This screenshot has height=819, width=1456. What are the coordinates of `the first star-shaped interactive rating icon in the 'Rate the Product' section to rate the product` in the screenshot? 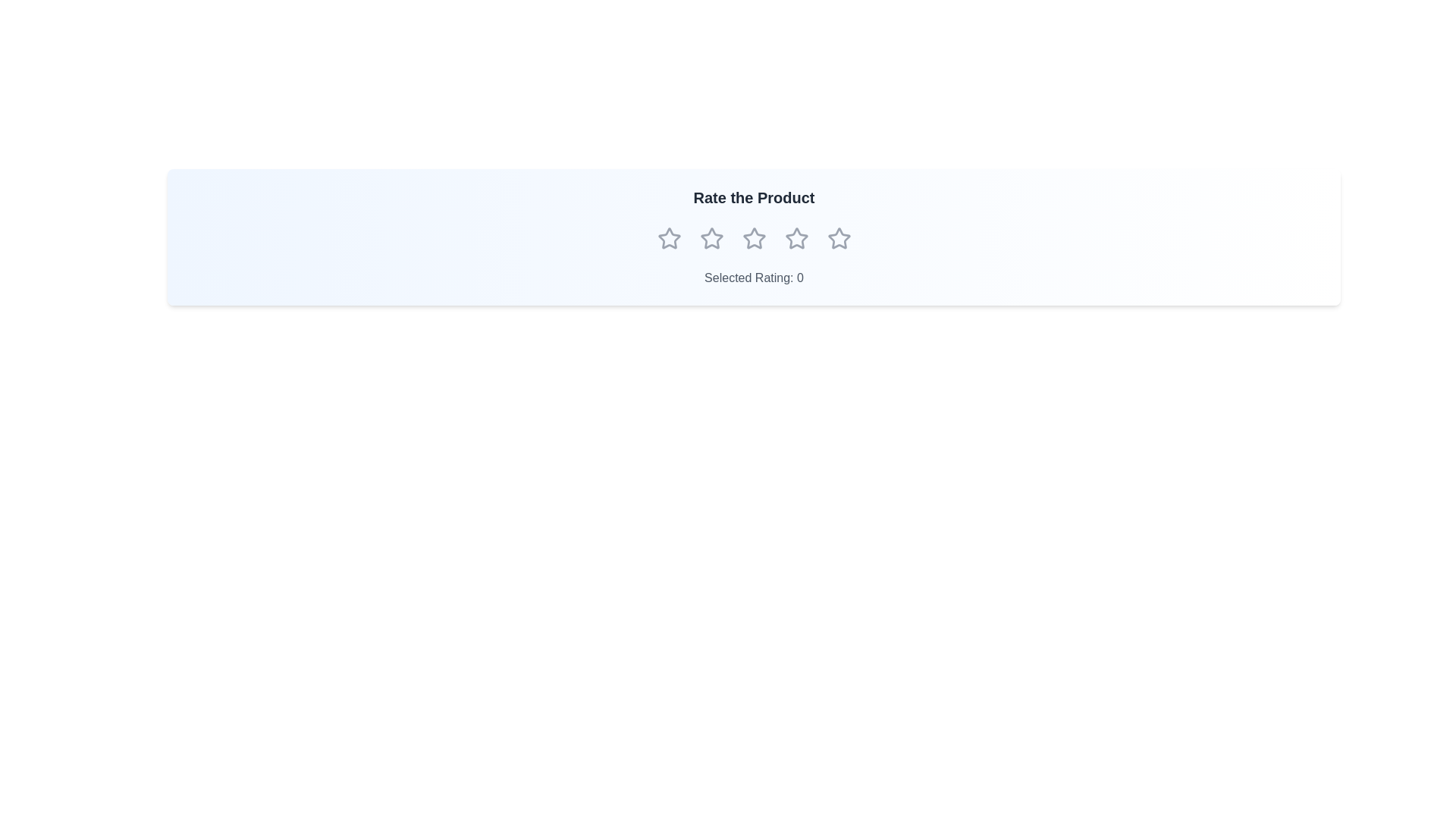 It's located at (668, 239).